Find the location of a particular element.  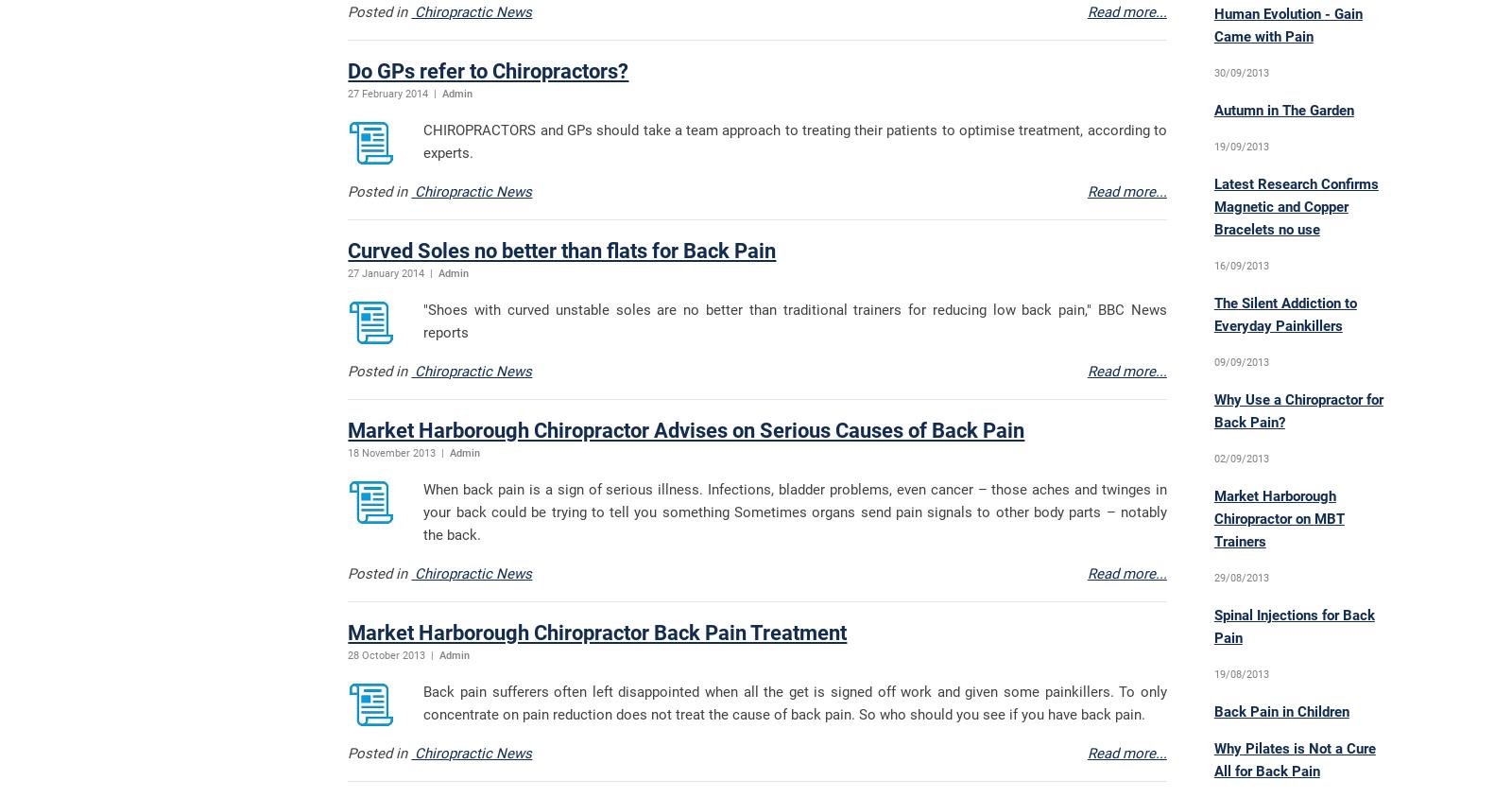

'18 November 2013  |' is located at coordinates (397, 451).